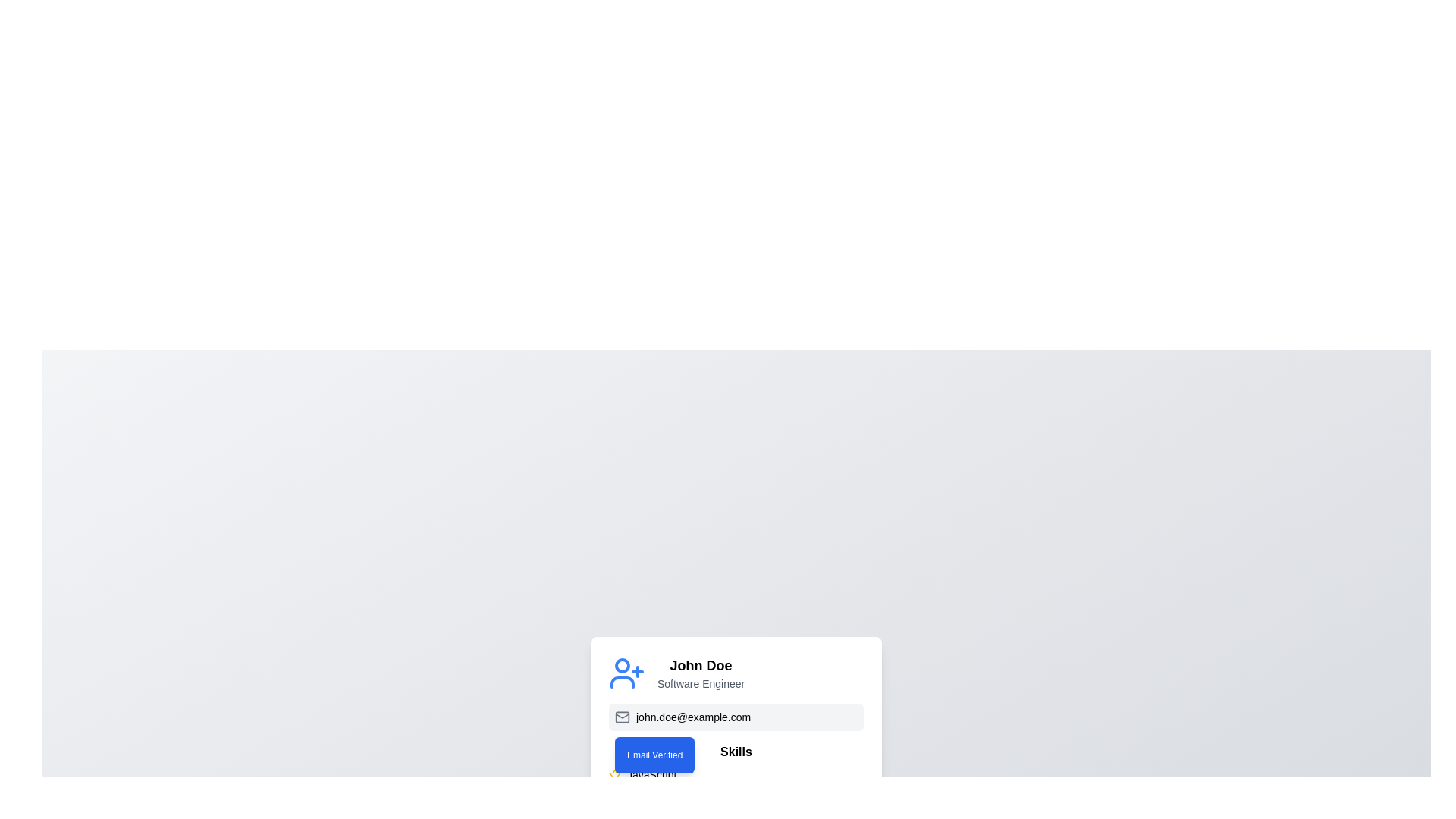 This screenshot has width=1456, height=819. I want to click on the user icon with a plus symbol, styled in blue, located in the profile section next to 'John Doe' and 'Software Engineer', so click(626, 672).